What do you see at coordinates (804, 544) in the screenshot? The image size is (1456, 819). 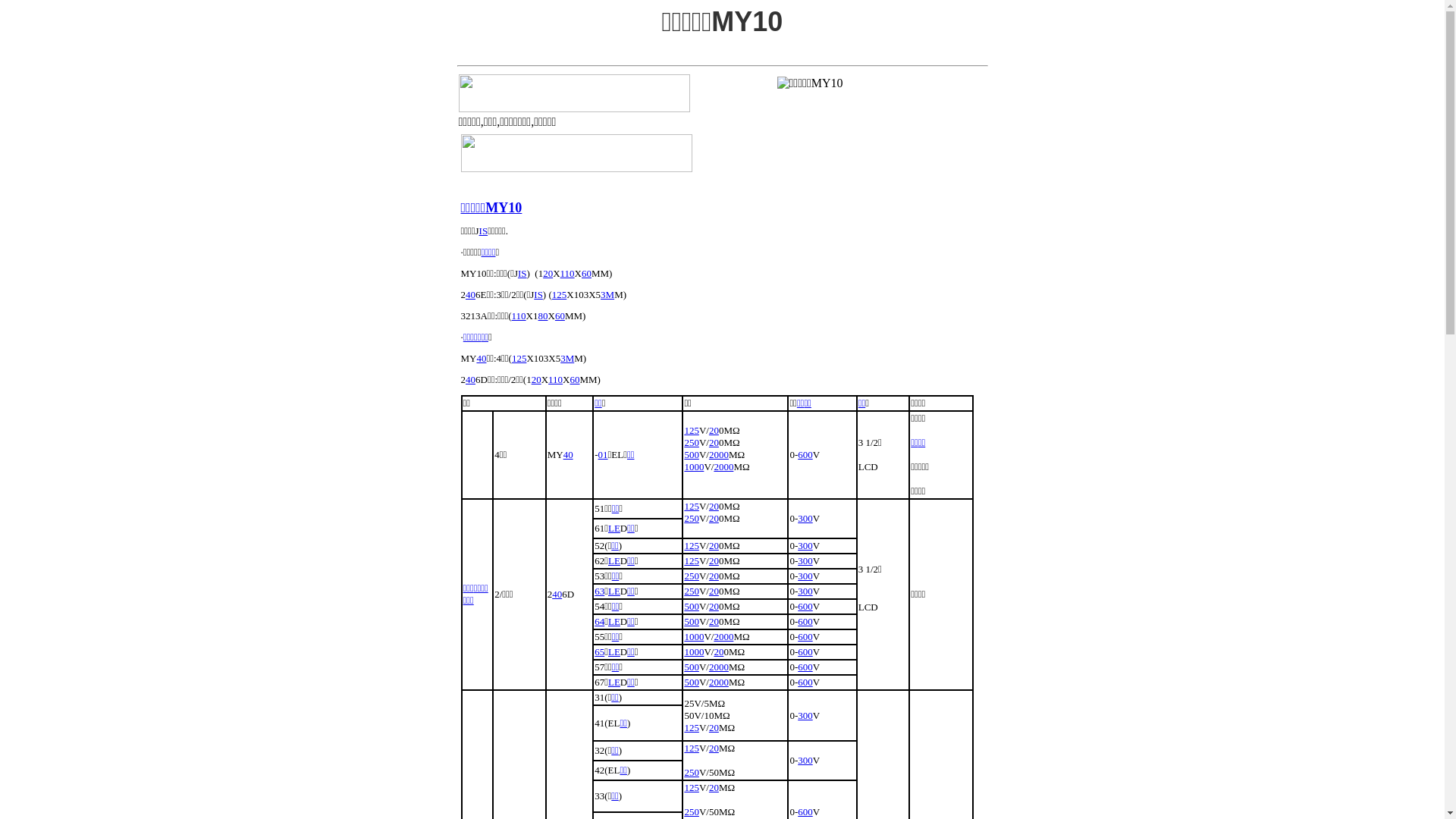 I see `'300'` at bounding box center [804, 544].